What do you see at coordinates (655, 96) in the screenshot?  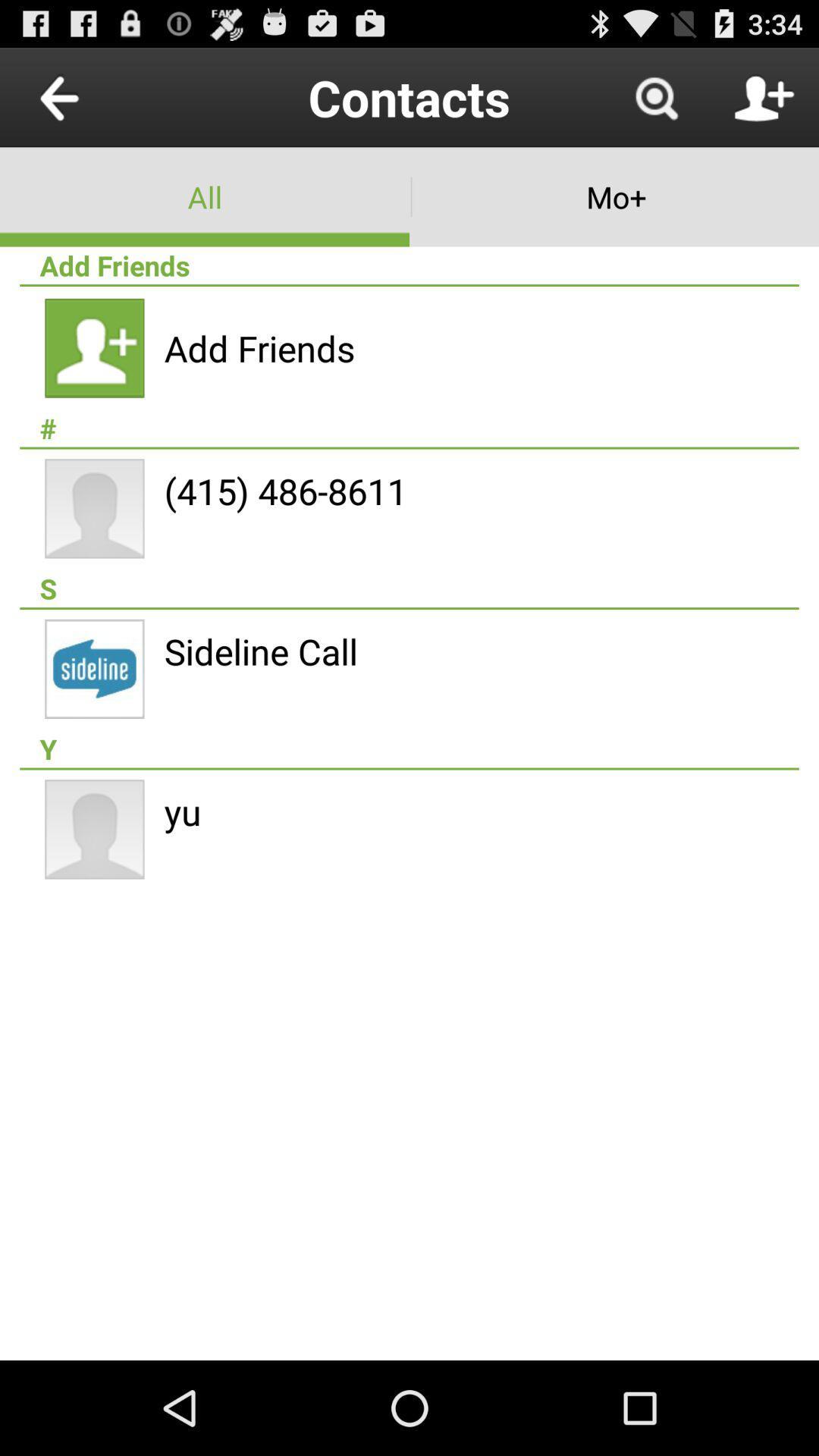 I see `search` at bounding box center [655, 96].